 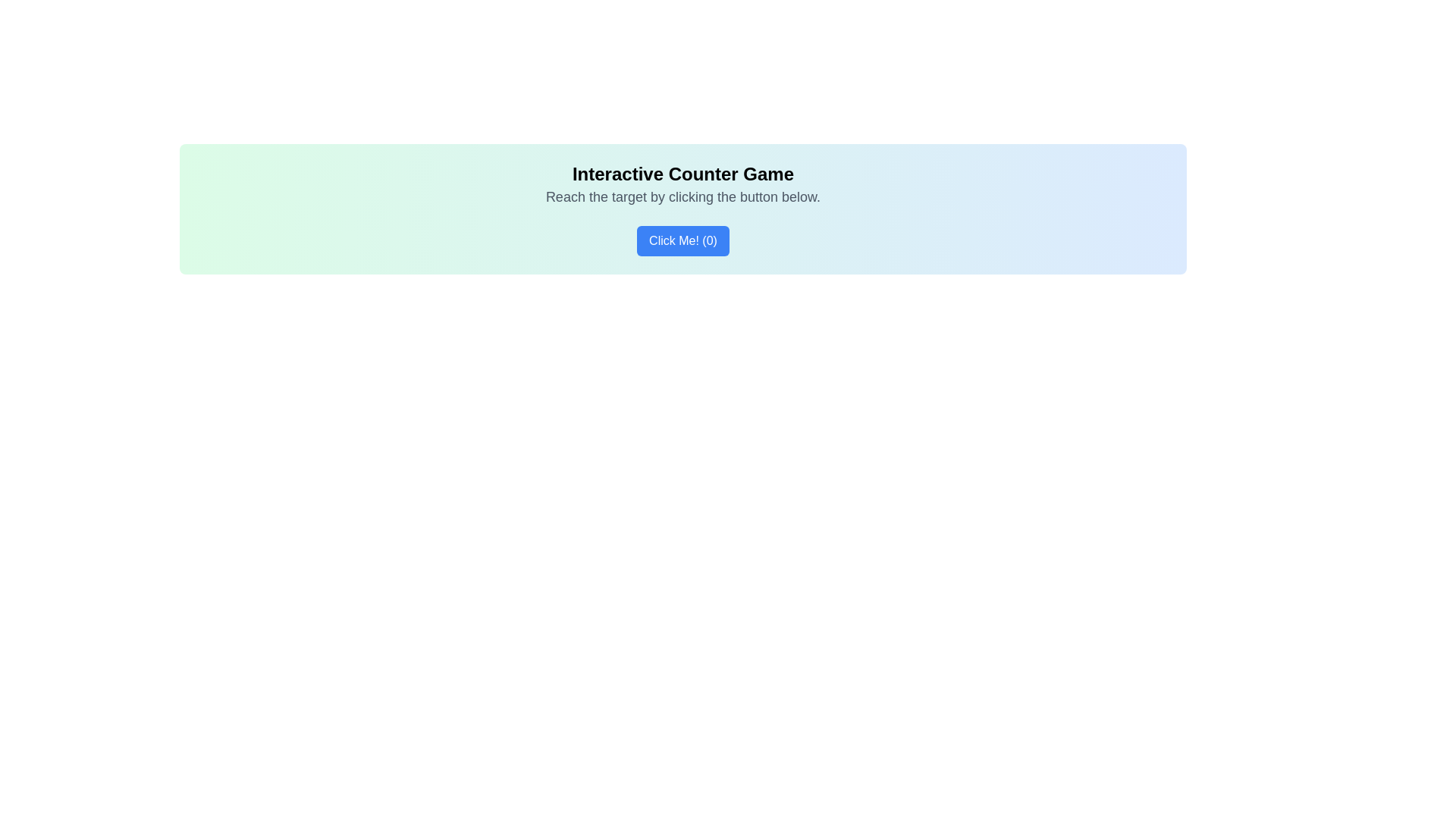 I want to click on the button labeled 'Click Me! (0)' with a blue background and rounded edges, so click(x=682, y=240).